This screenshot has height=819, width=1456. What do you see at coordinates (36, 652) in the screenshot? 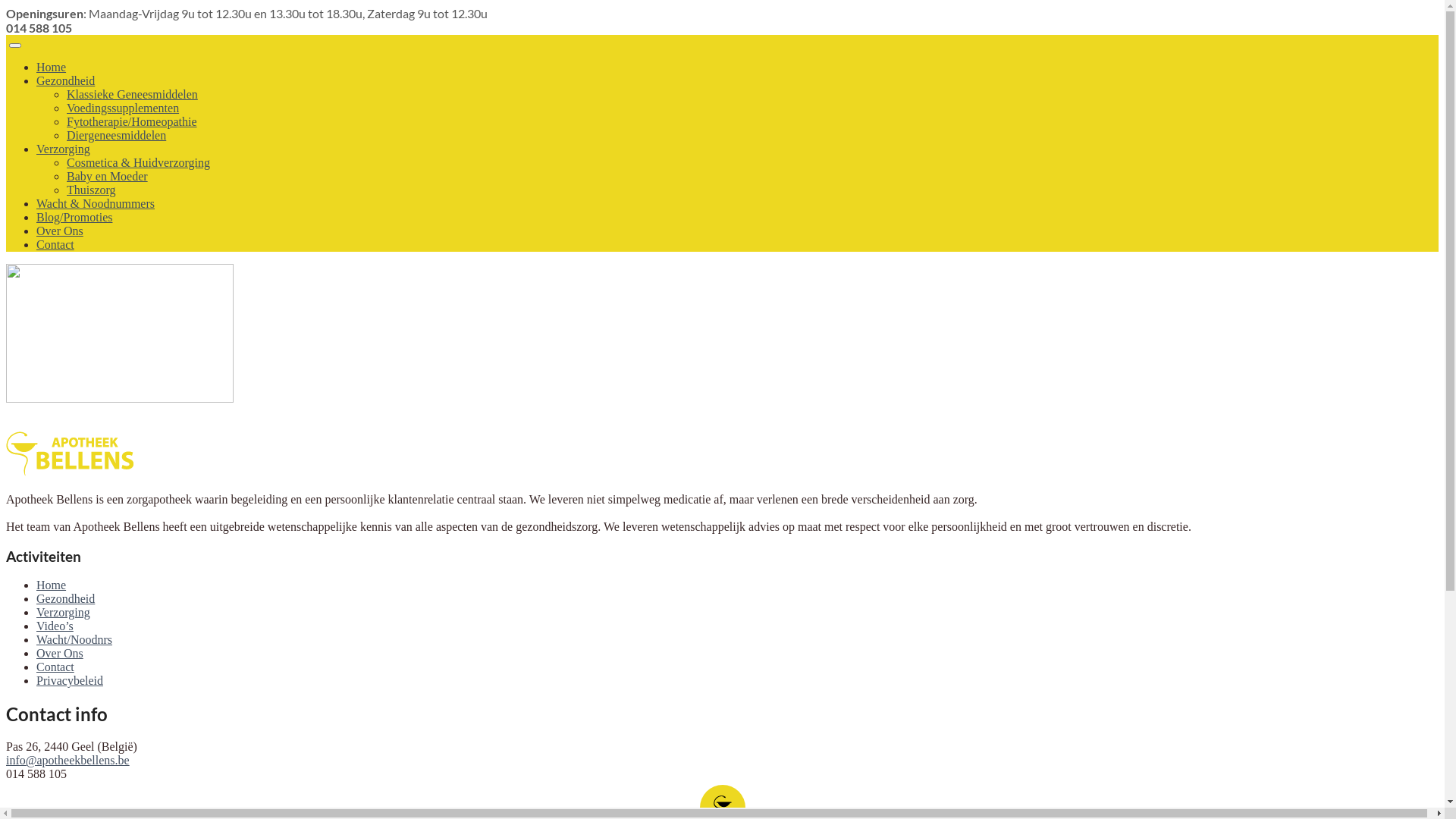
I see `'Over Ons'` at bounding box center [36, 652].